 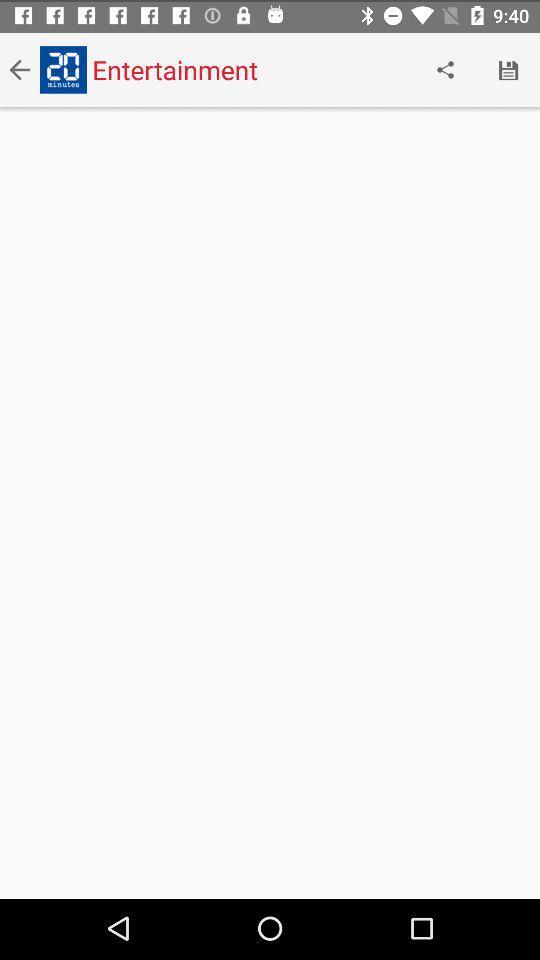 I want to click on the icon to the right of entertainment, so click(x=445, y=68).